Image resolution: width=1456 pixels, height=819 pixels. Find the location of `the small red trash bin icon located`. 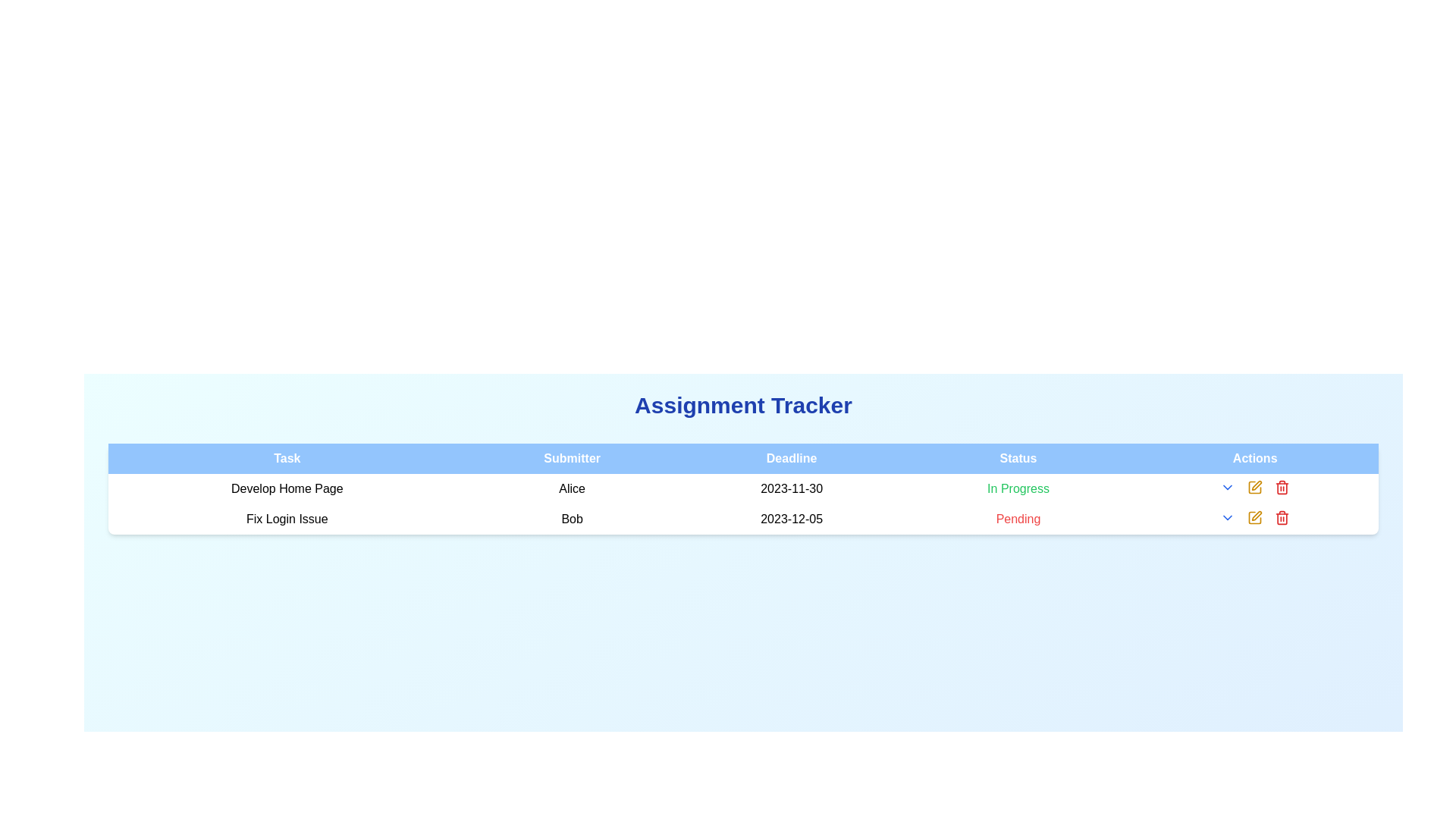

the small red trash bin icon located is located at coordinates (1282, 516).